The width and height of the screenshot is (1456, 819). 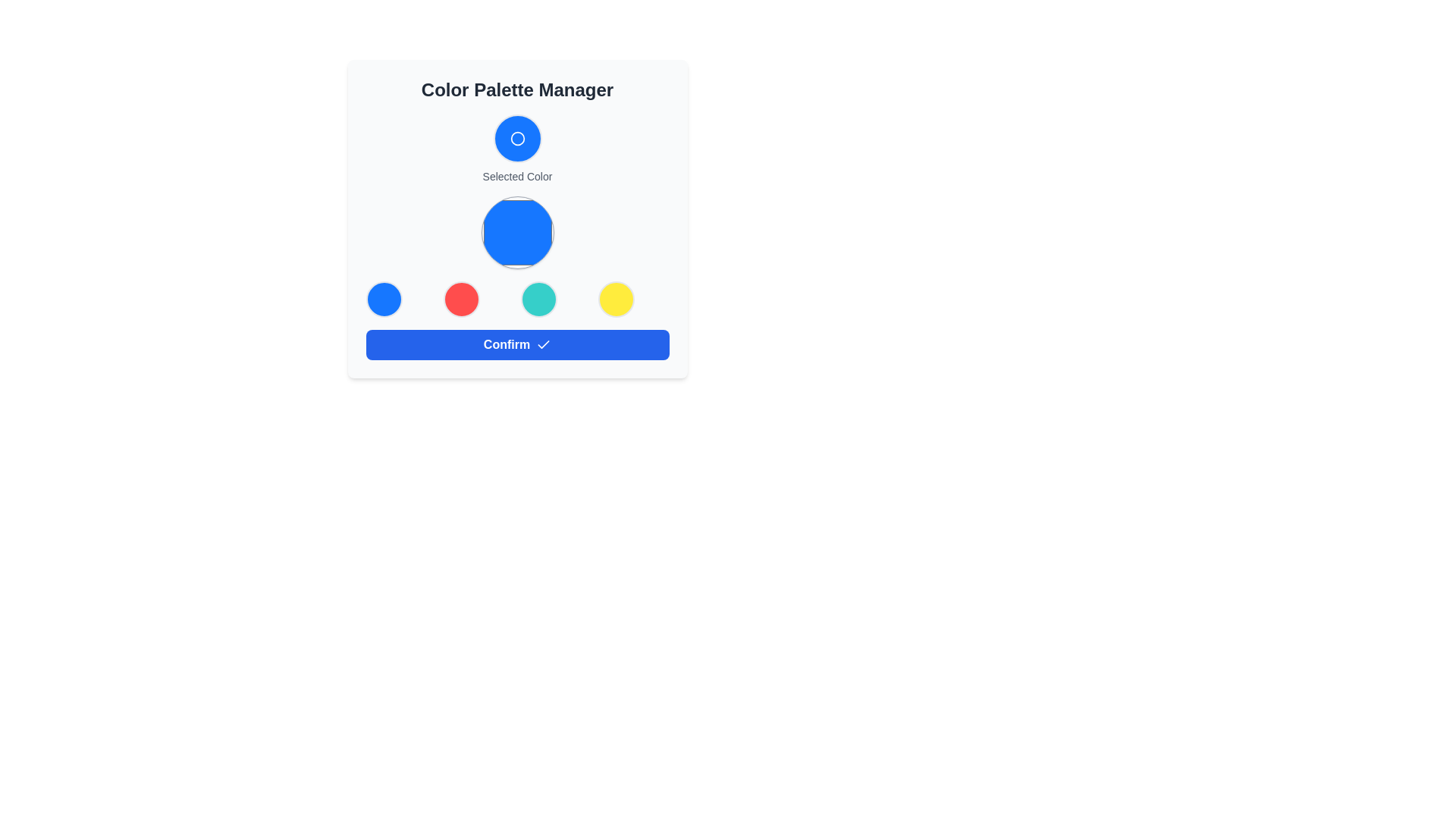 I want to click on the circular color selector buttons in the Color Palette Manager, so click(x=517, y=299).